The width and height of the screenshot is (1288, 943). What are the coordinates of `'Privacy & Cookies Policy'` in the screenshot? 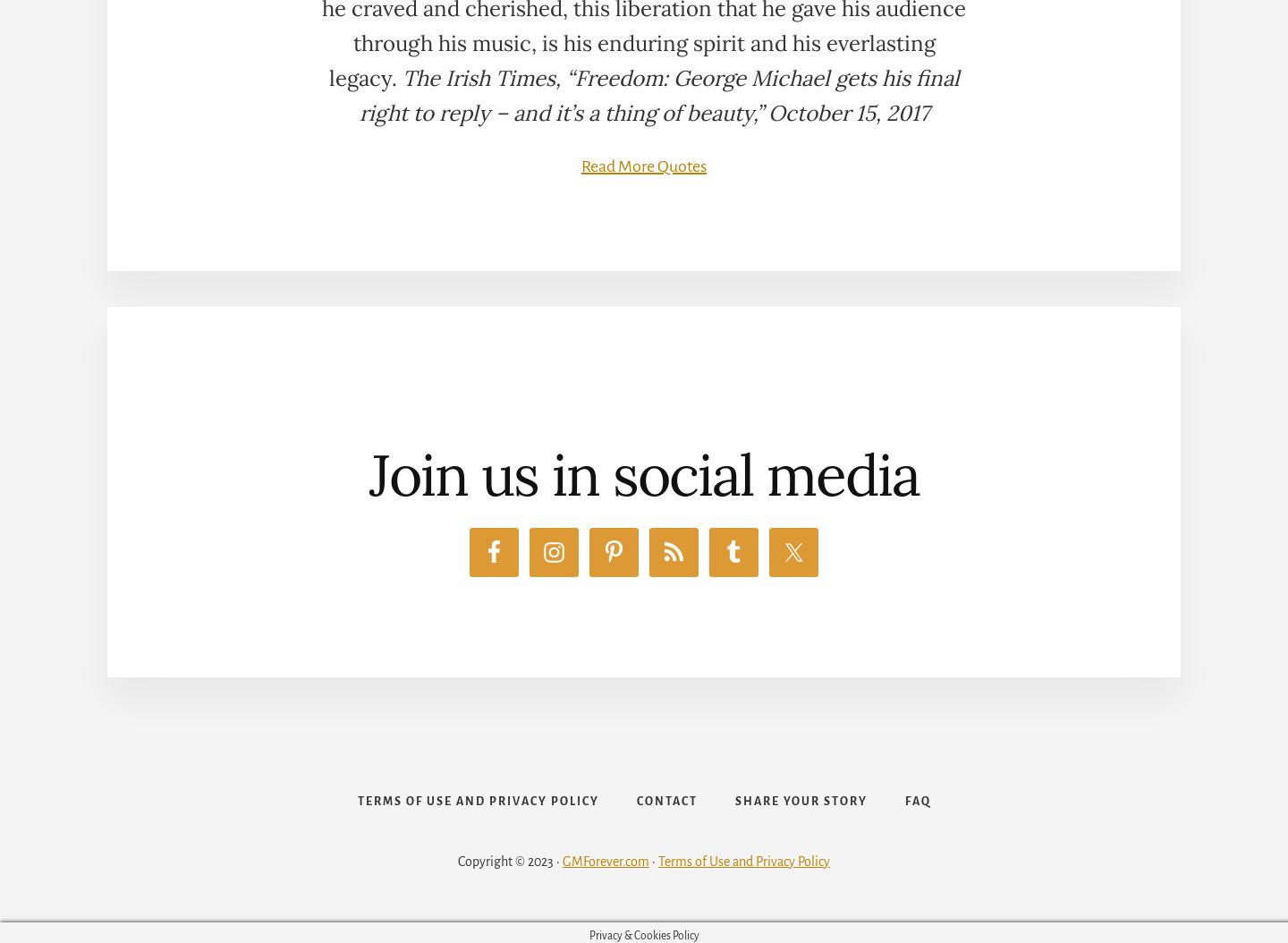 It's located at (643, 934).